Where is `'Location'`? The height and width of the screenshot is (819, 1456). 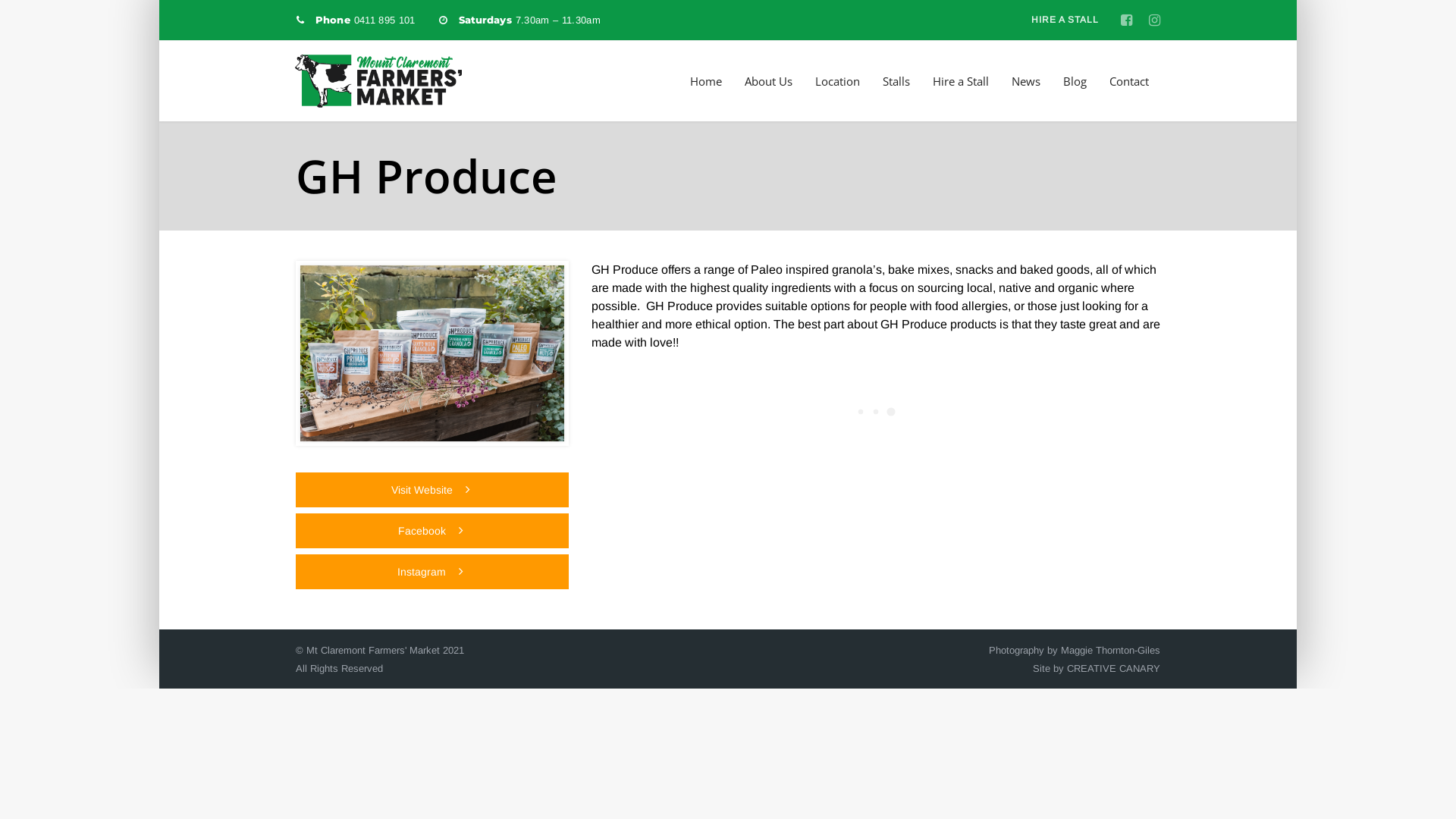
'Location' is located at coordinates (836, 81).